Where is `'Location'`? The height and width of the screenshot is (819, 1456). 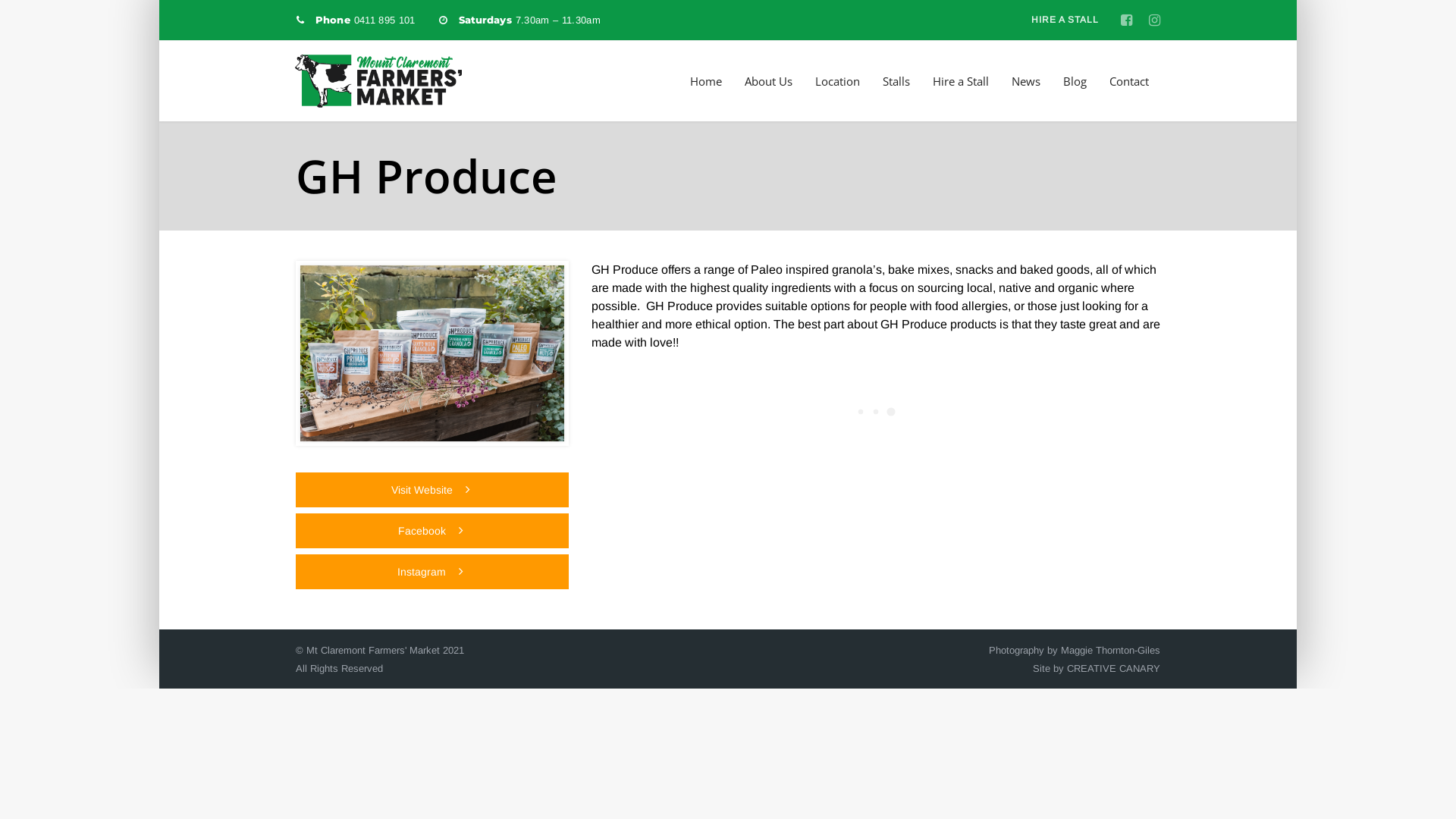
'Location' is located at coordinates (836, 81).